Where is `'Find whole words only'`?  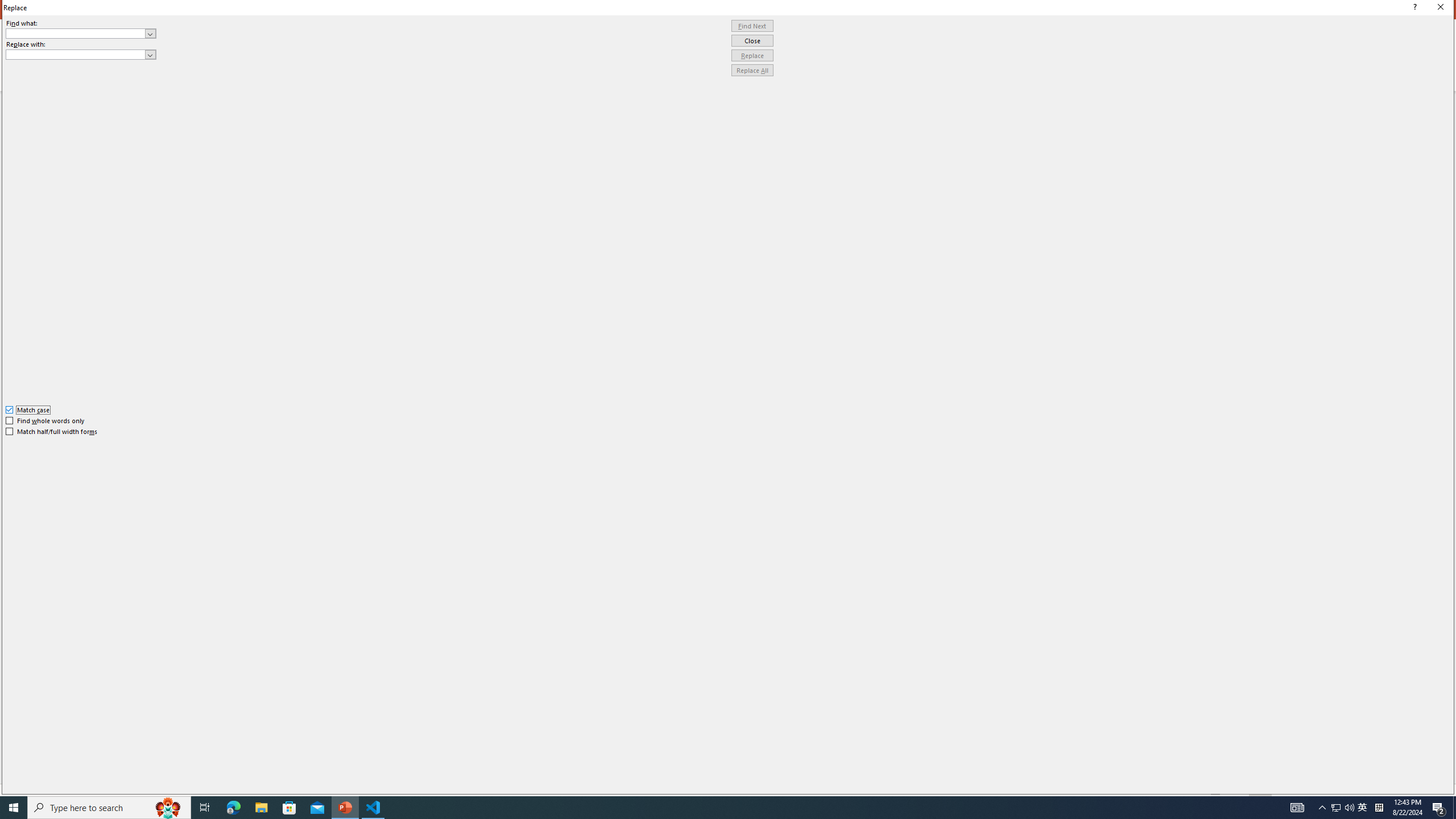
'Find whole words only' is located at coordinates (45, 420).